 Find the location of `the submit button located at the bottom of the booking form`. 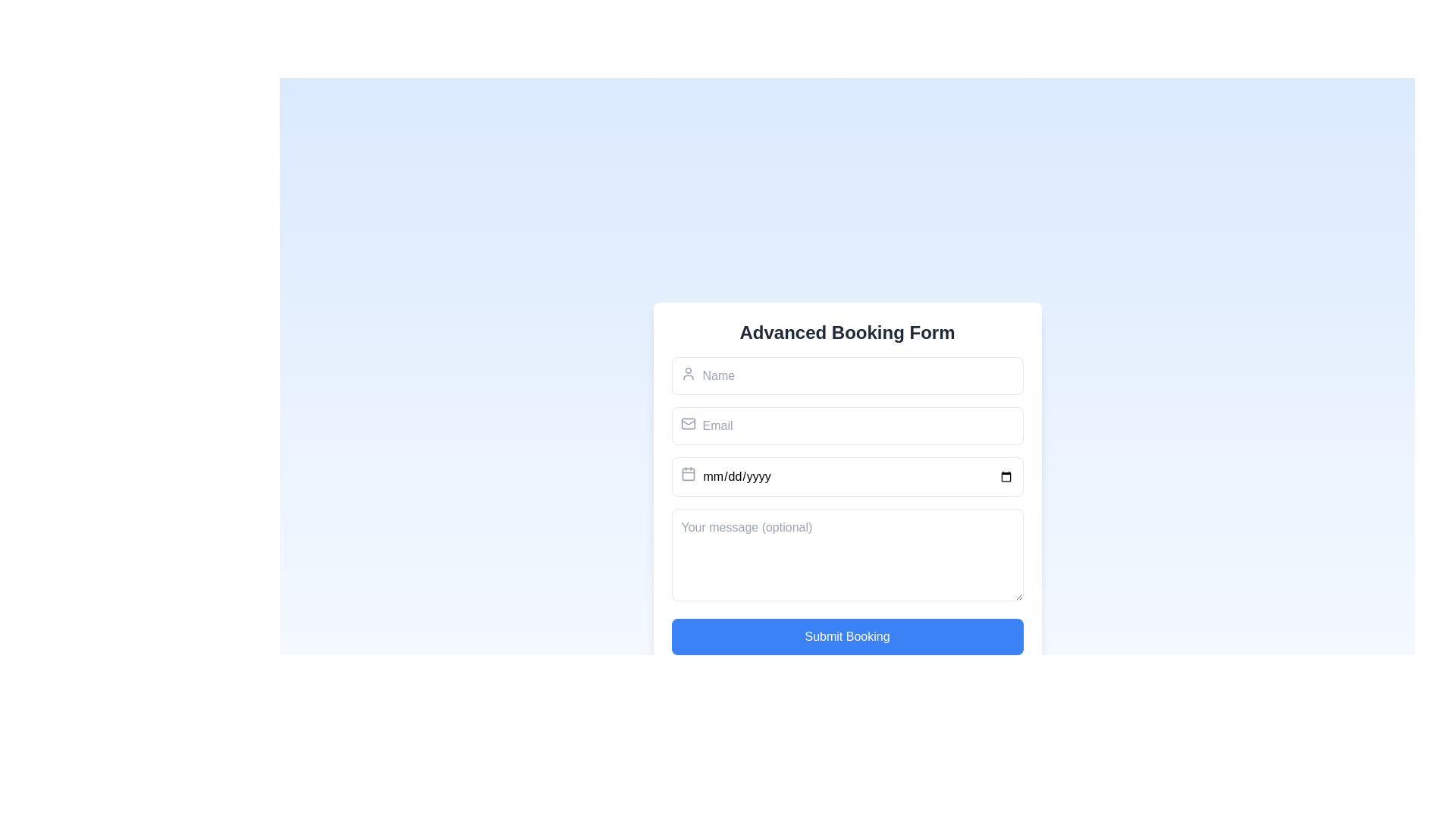

the submit button located at the bottom of the booking form is located at coordinates (846, 636).